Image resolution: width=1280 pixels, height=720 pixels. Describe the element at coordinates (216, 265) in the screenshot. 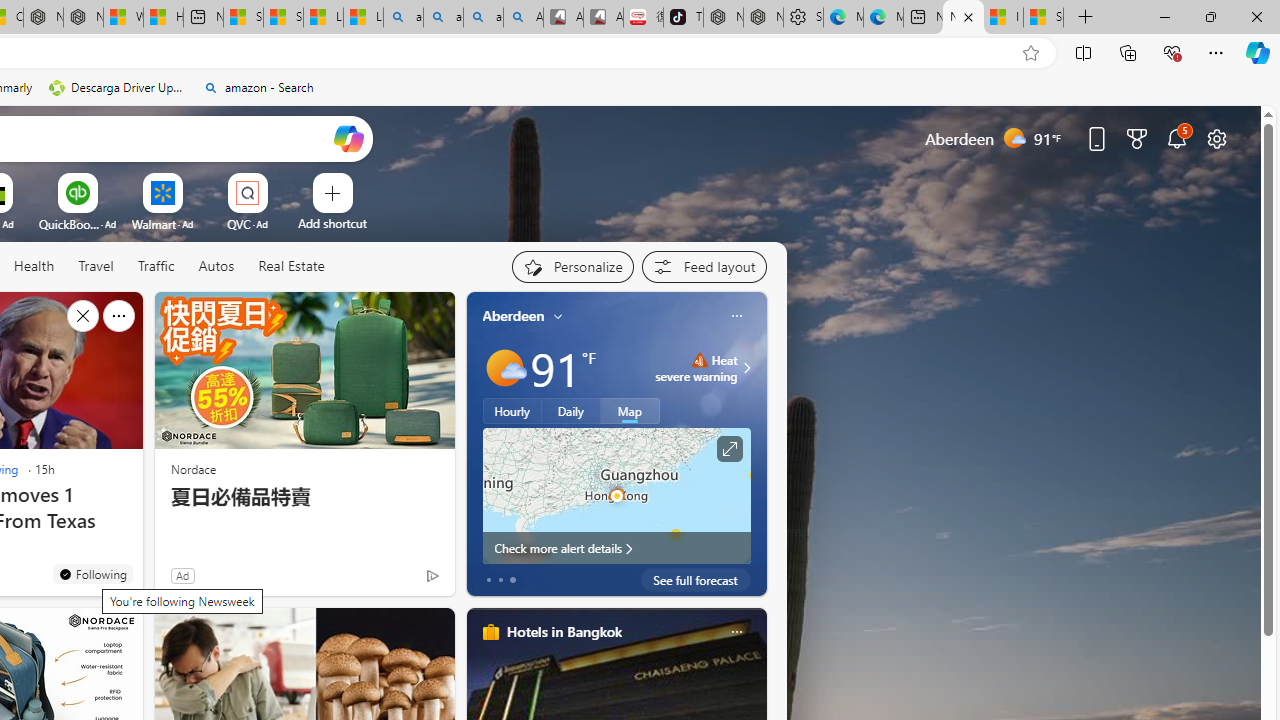

I see `'Autos'` at that location.